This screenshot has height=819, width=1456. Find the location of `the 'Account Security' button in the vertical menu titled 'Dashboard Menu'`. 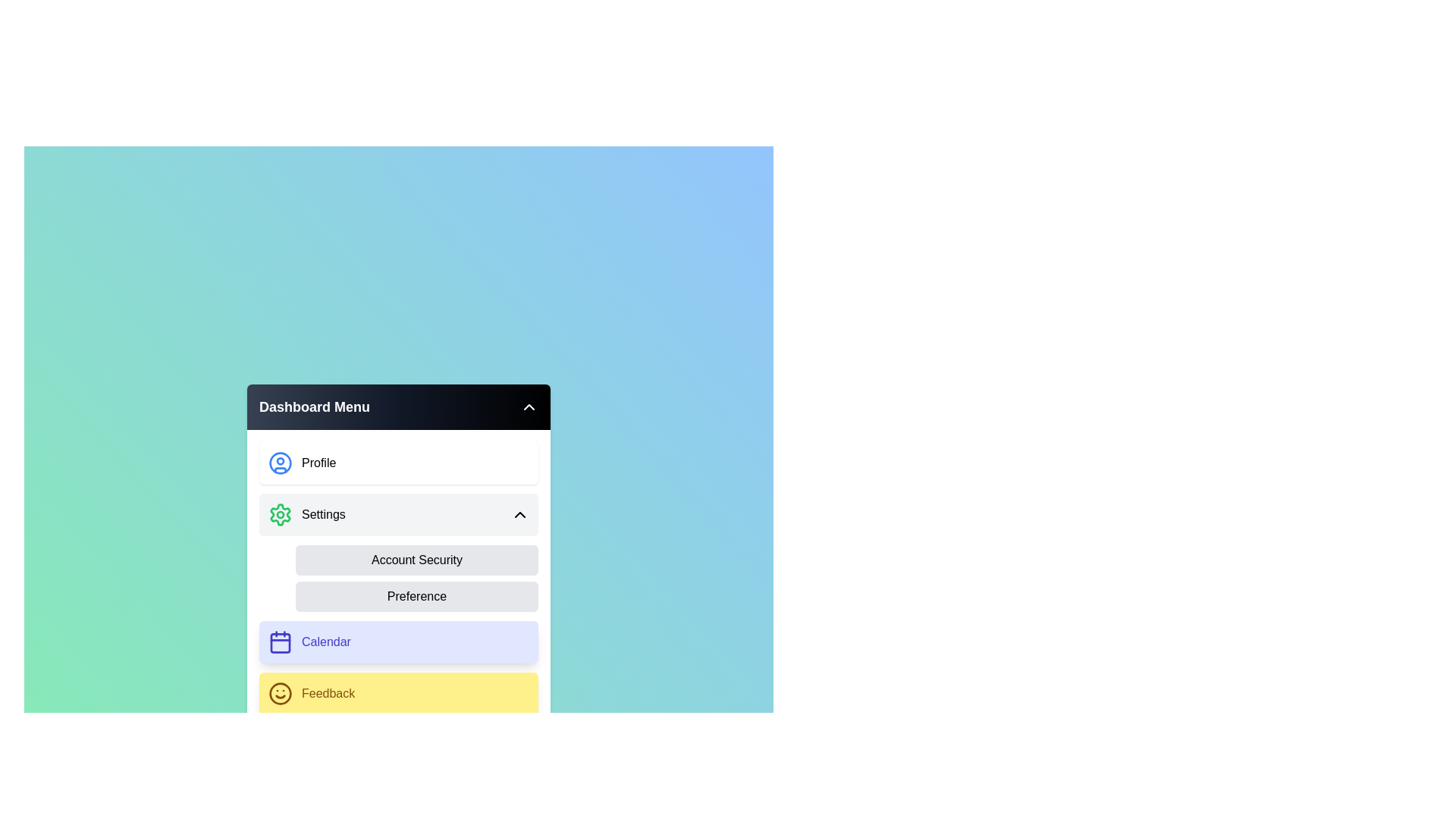

the 'Account Security' button in the vertical menu titled 'Dashboard Menu' is located at coordinates (399, 579).